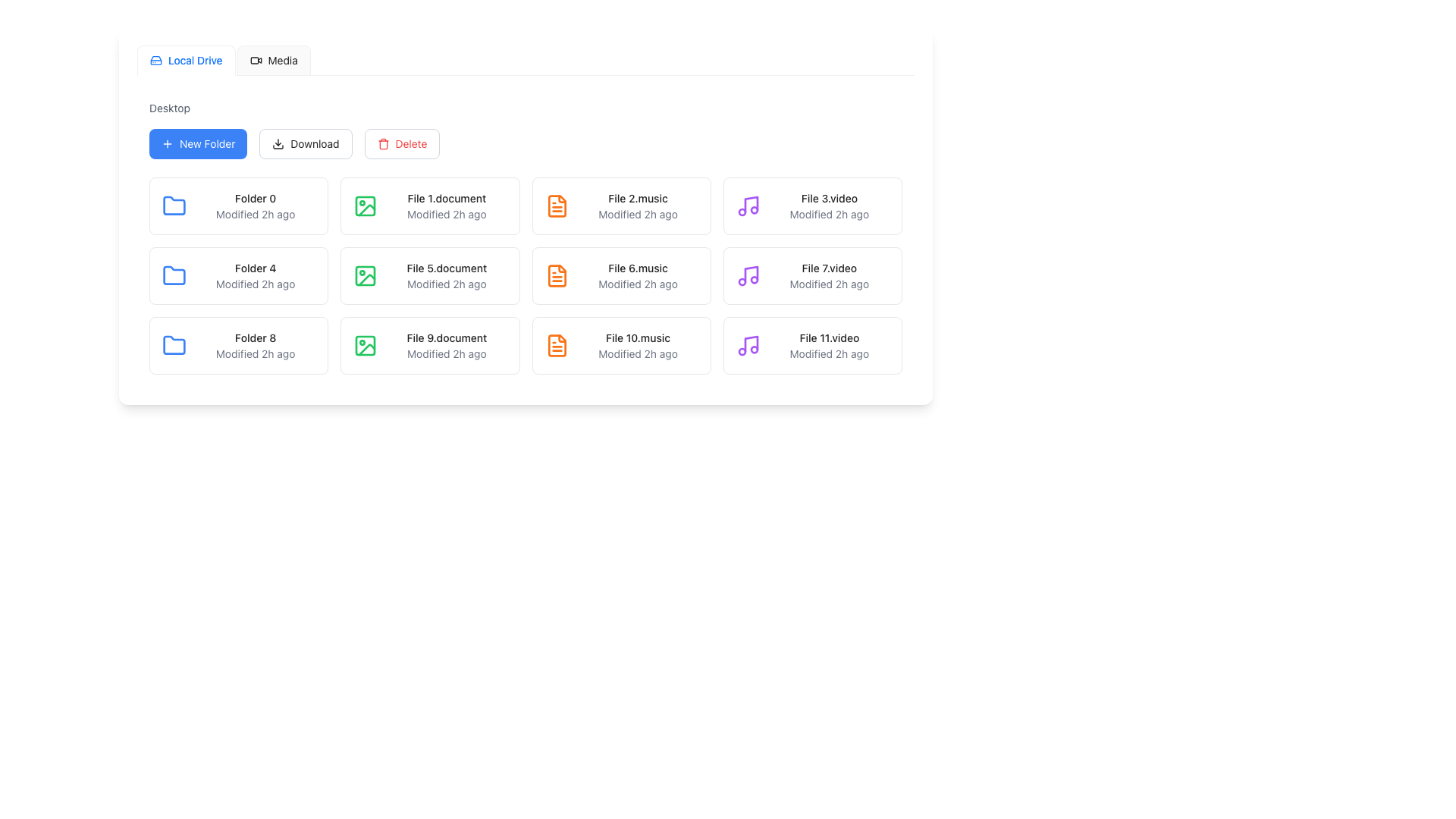 The width and height of the screenshot is (1456, 819). Describe the element at coordinates (446, 206) in the screenshot. I see `the text label displaying 'File 1.document' which is located in the second column of the first row in the document listing interface` at that location.